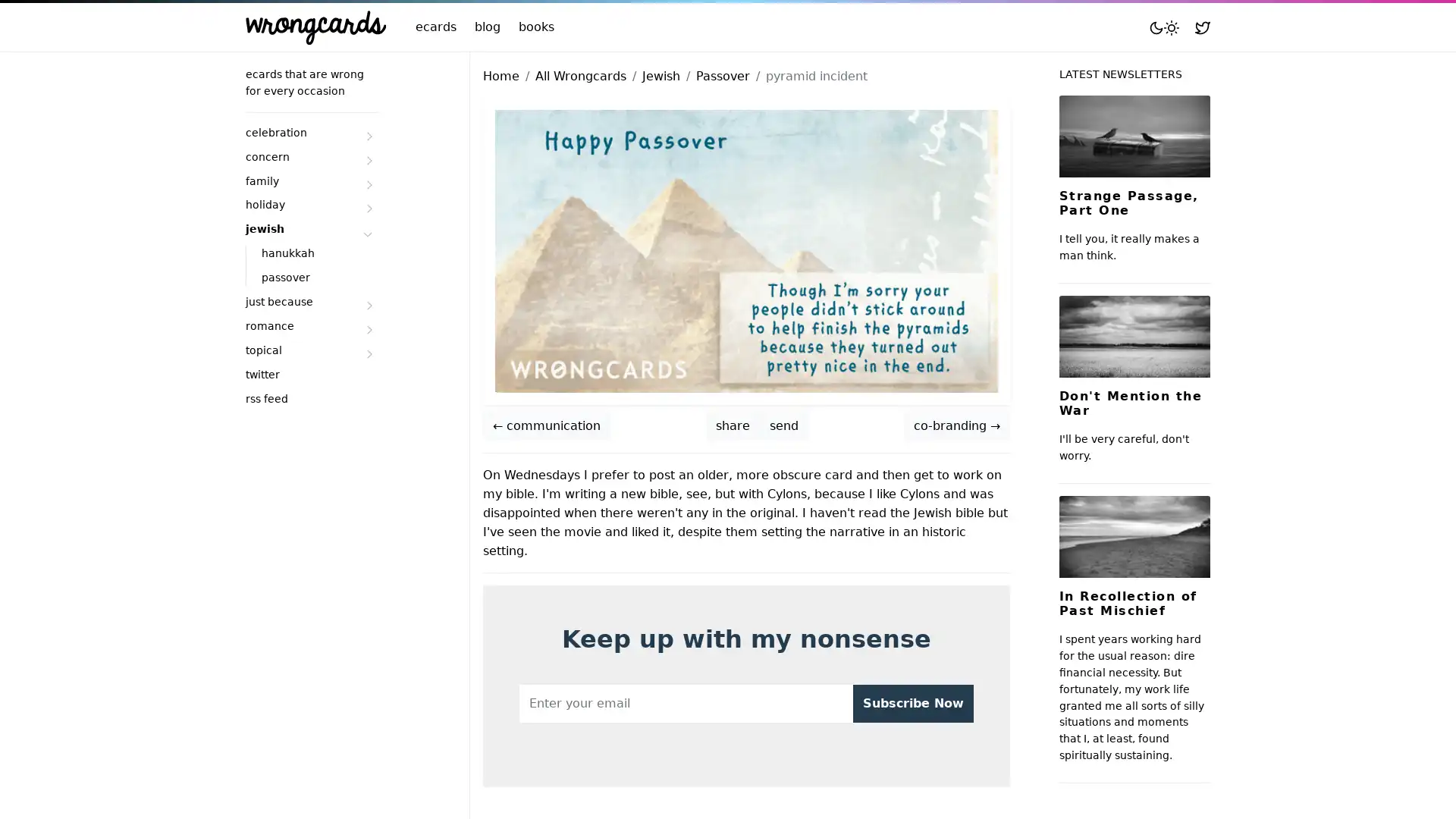 This screenshot has height=819, width=1456. What do you see at coordinates (367, 328) in the screenshot?
I see `Submenu` at bounding box center [367, 328].